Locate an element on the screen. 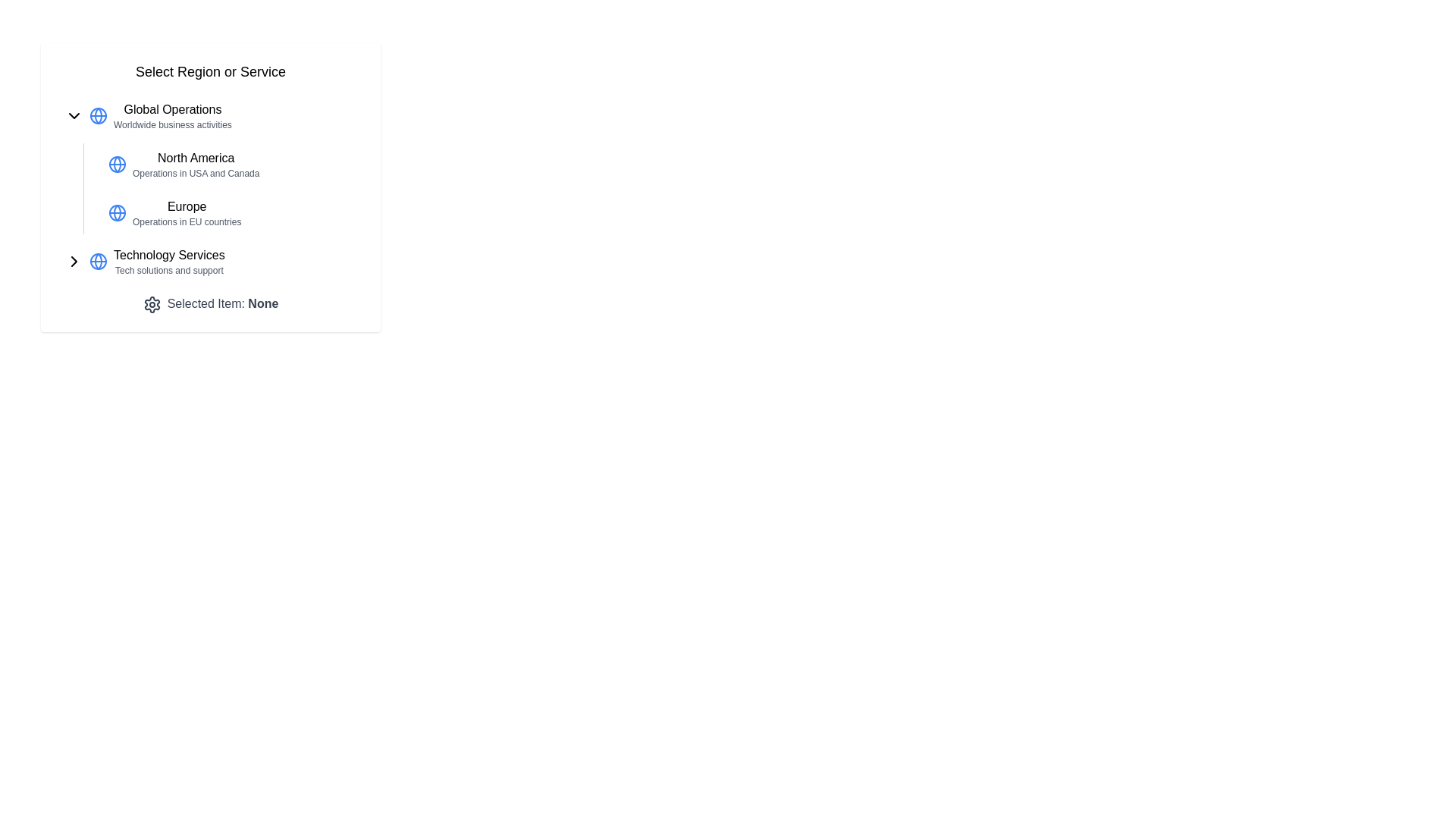  the text label representing a selectable menu item related to technology services, located below 'Global Operations,' 'North America,' and 'Europe' and to the right of the globe icon is located at coordinates (169, 260).